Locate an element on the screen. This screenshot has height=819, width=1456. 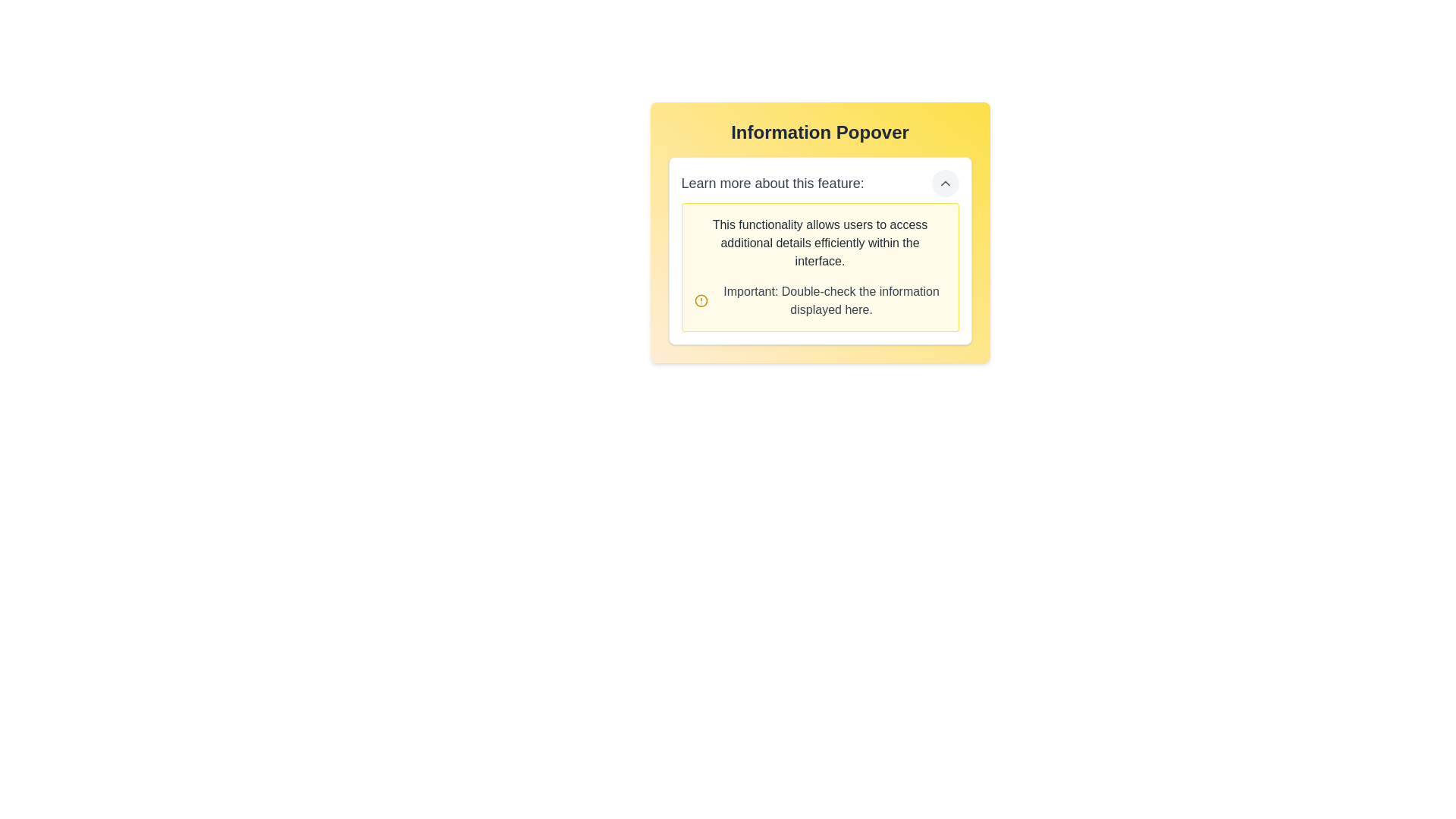
the informational content box that provides cautionary textual explanations, located below the header 'Learn more about this feature' and above the close button in the popover interface is located at coordinates (819, 267).